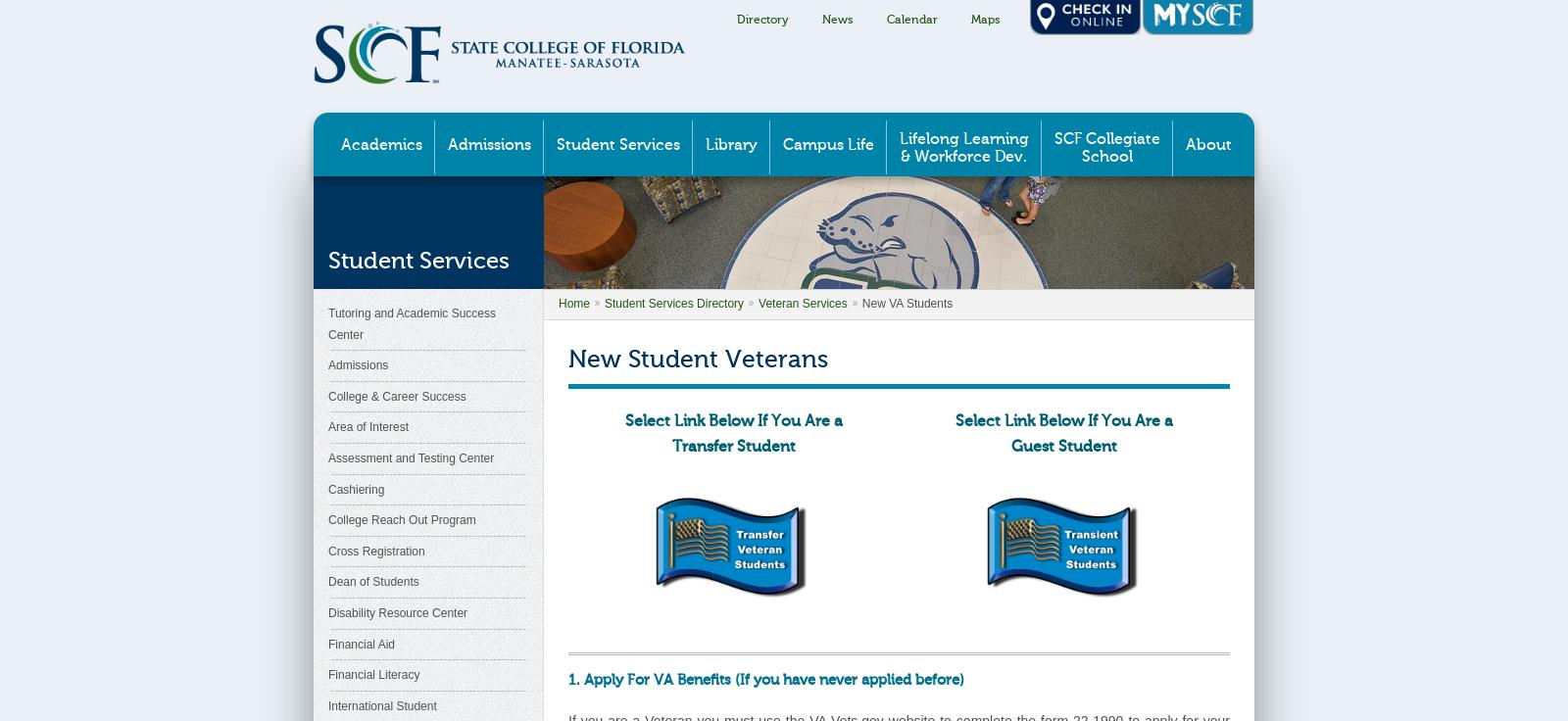 Image resolution: width=1568 pixels, height=721 pixels. I want to click on 'Cashiering', so click(356, 488).